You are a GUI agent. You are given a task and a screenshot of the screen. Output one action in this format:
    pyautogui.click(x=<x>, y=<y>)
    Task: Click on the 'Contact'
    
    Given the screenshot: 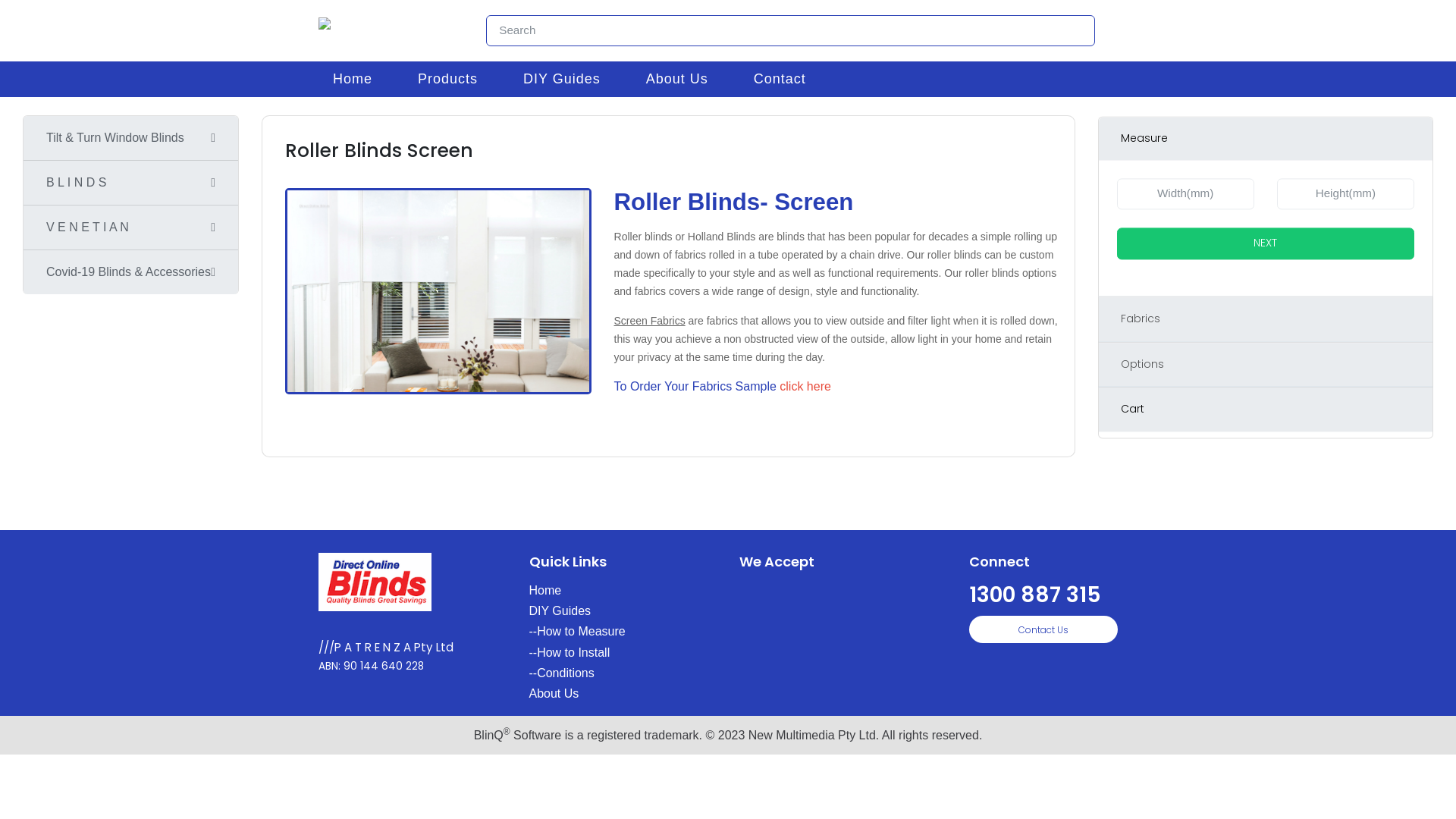 What is the action you would take?
    pyautogui.click(x=780, y=79)
    